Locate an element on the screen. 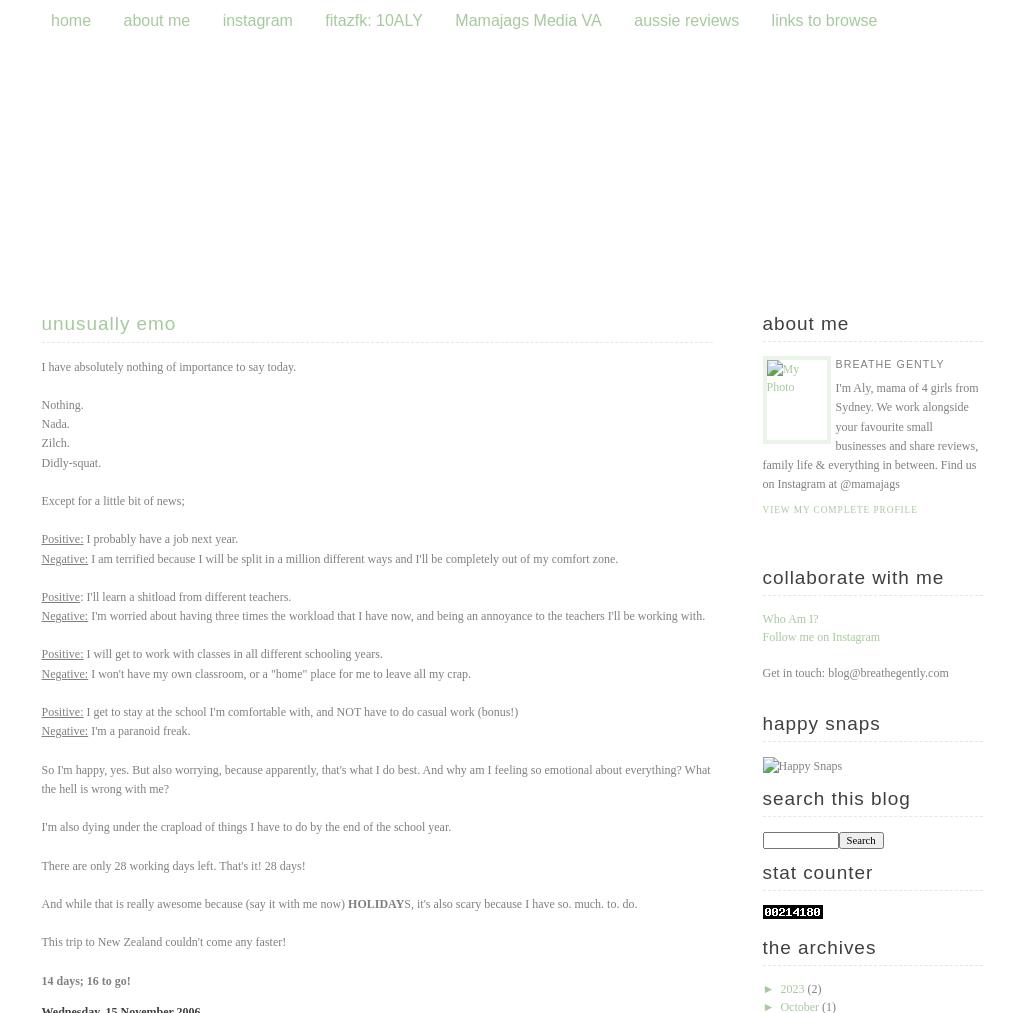 The width and height of the screenshot is (1024, 1013). 'links to browse' is located at coordinates (823, 19).